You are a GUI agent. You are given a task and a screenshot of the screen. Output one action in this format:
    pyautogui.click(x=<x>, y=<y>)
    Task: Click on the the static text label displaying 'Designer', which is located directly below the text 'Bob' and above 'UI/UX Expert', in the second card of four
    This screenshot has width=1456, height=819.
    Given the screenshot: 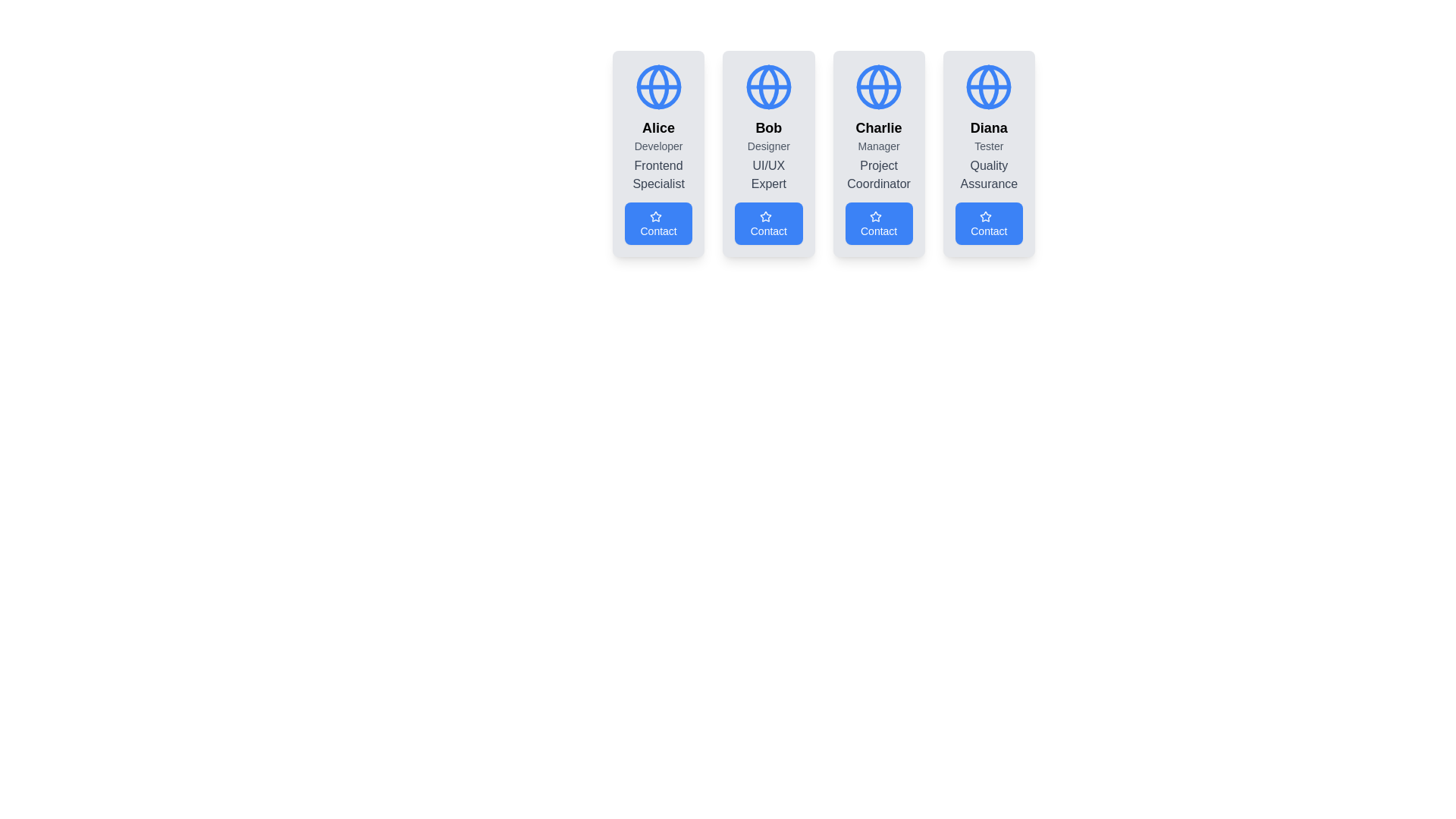 What is the action you would take?
    pyautogui.click(x=768, y=146)
    